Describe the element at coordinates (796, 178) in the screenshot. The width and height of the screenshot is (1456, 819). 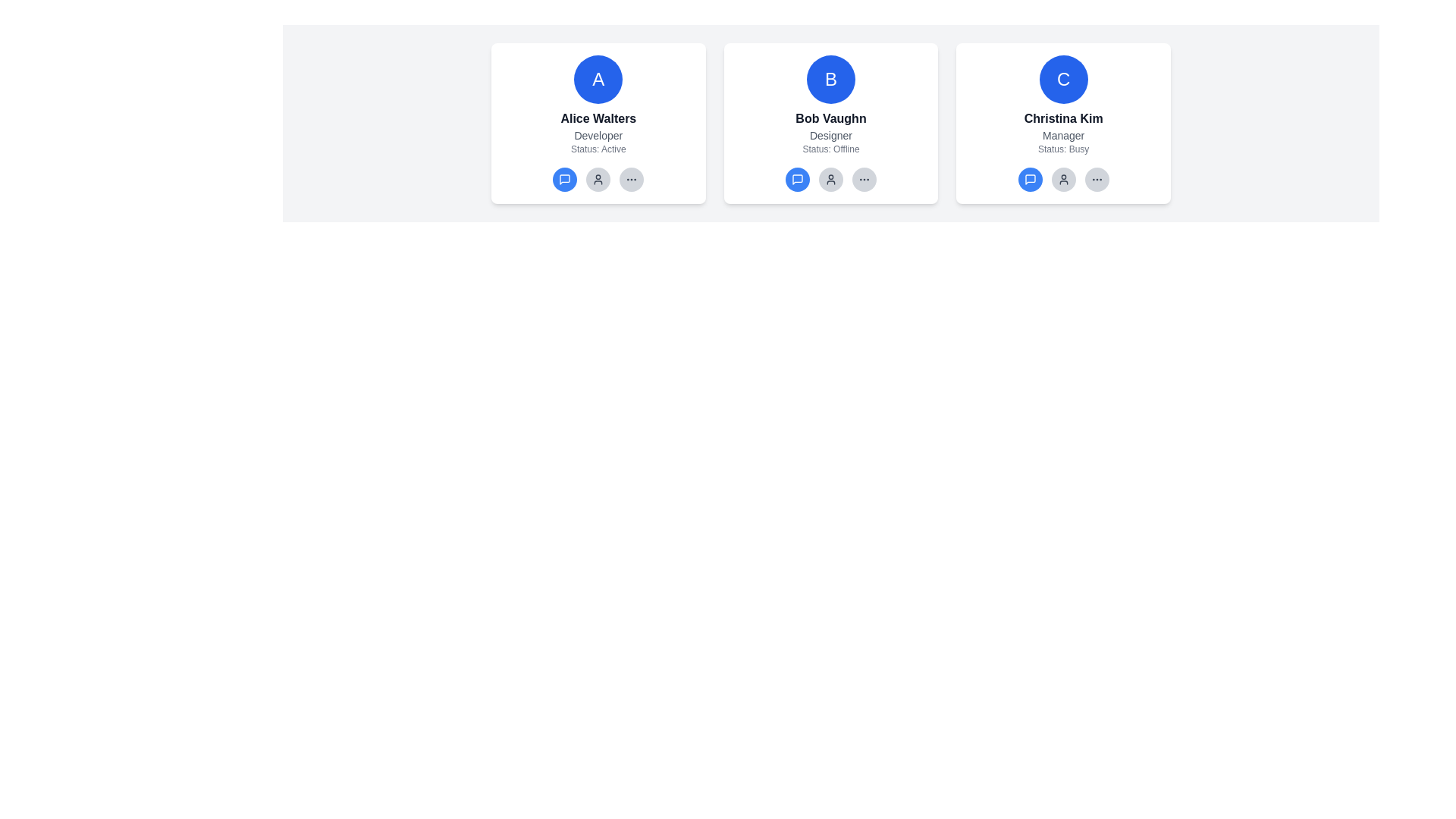
I see `the messaging icon located at the bottom-left corner of the card for 'Bob Vaughn', the Designer` at that location.